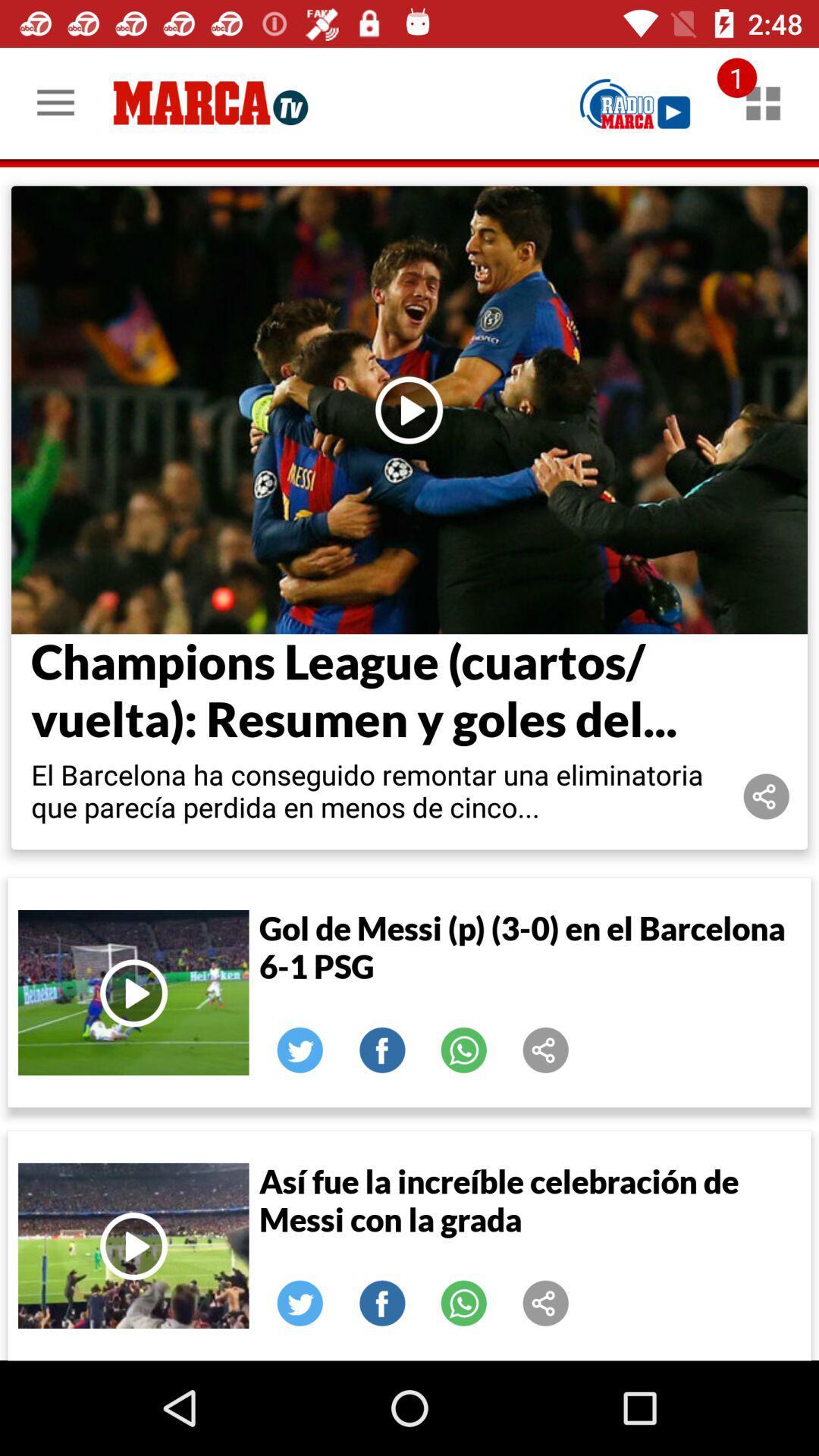 The width and height of the screenshot is (819, 1456). Describe the element at coordinates (546, 1050) in the screenshot. I see `share` at that location.